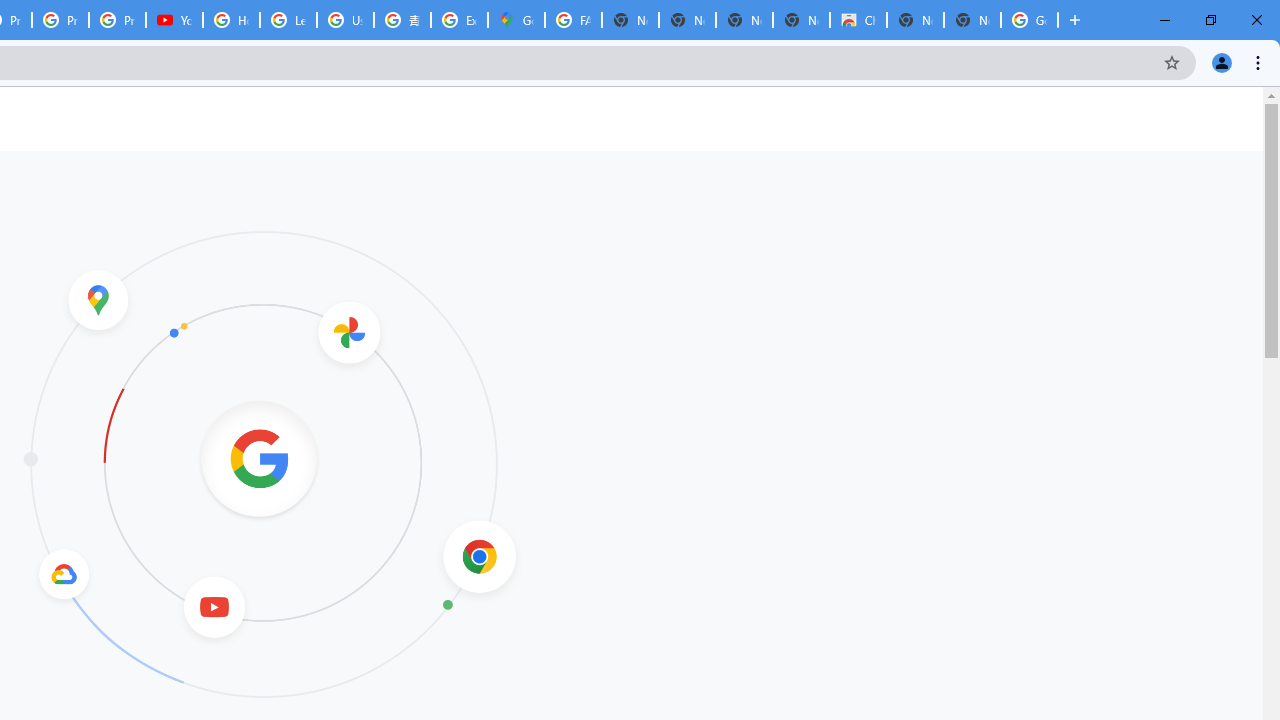  What do you see at coordinates (516, 20) in the screenshot?
I see `'Google Maps'` at bounding box center [516, 20].